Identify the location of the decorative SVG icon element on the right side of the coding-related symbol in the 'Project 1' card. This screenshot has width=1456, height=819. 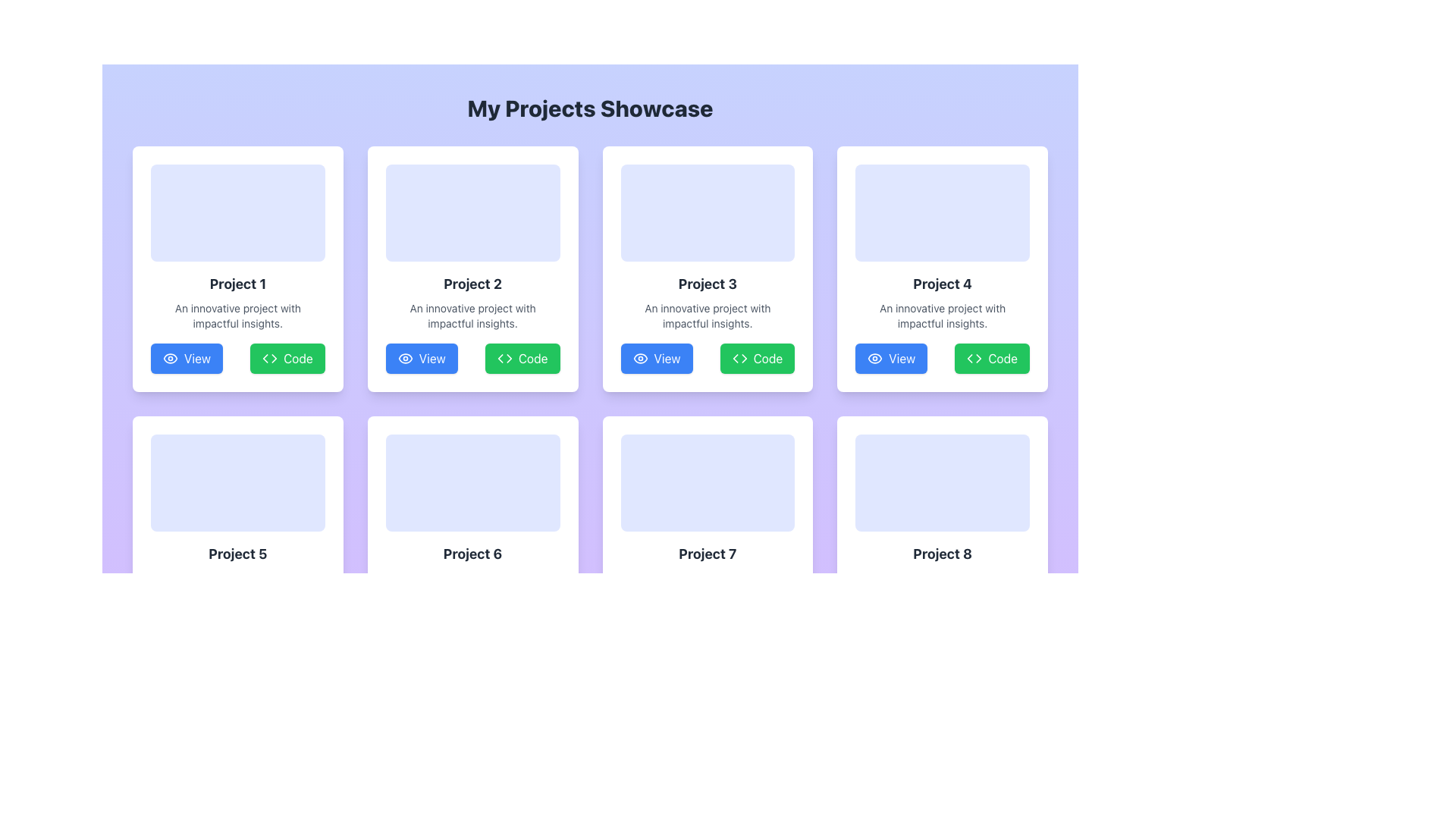
(274, 359).